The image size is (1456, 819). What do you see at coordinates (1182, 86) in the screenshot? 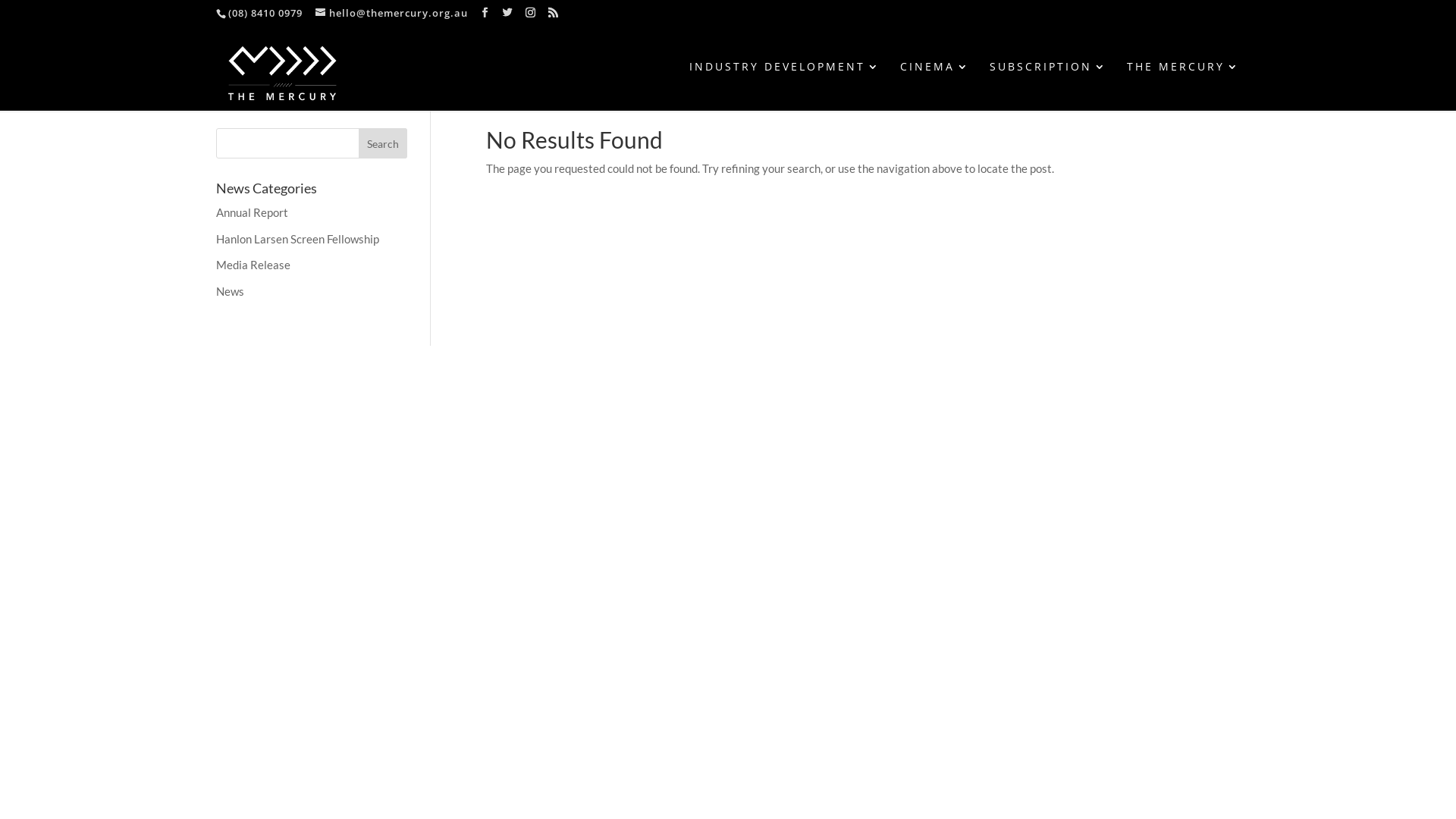
I see `'THE MERCURY'` at bounding box center [1182, 86].